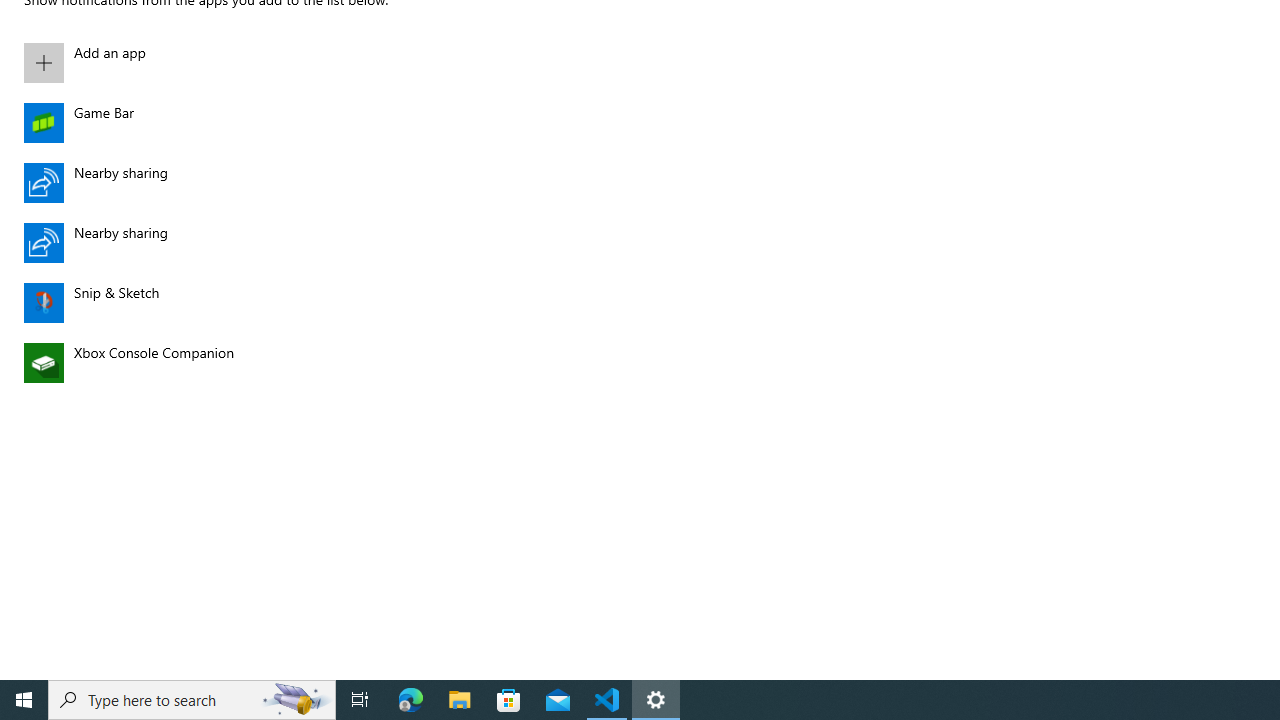  What do you see at coordinates (459, 698) in the screenshot?
I see `'File Explorer'` at bounding box center [459, 698].